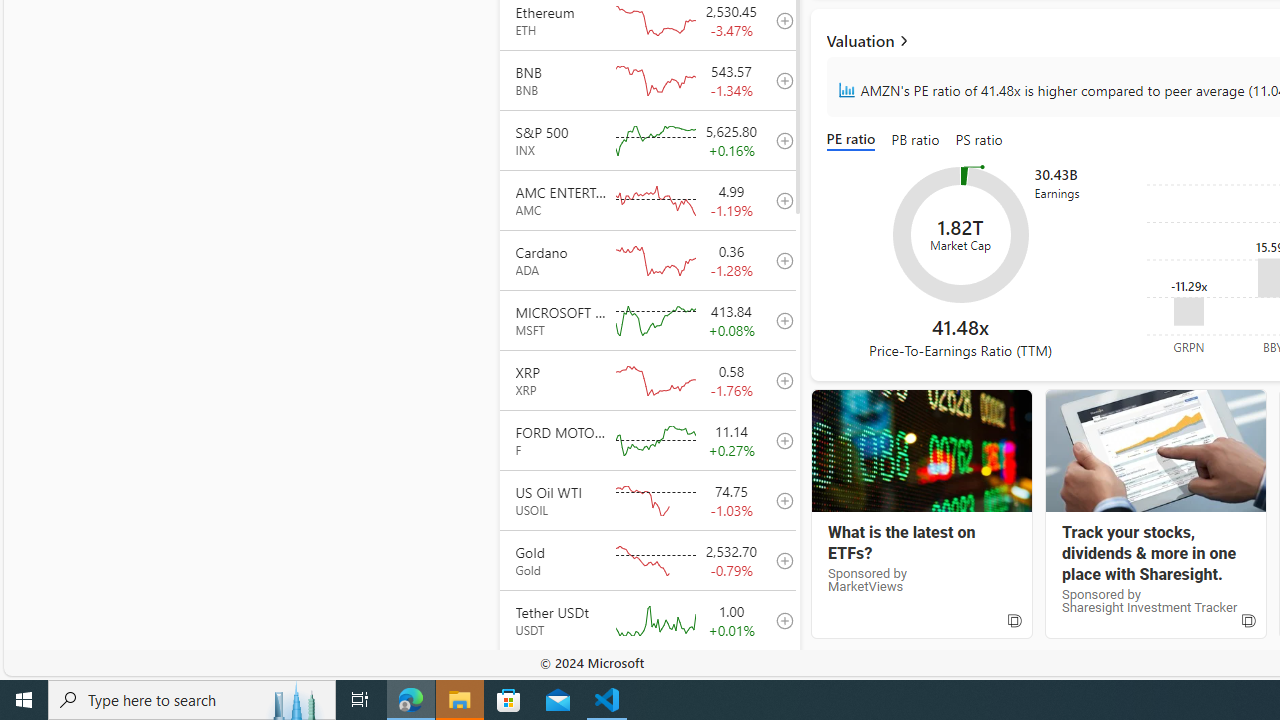 Image resolution: width=1280 pixels, height=720 pixels. Describe the element at coordinates (778, 679) in the screenshot. I see `'add to your watchlist'` at that location.